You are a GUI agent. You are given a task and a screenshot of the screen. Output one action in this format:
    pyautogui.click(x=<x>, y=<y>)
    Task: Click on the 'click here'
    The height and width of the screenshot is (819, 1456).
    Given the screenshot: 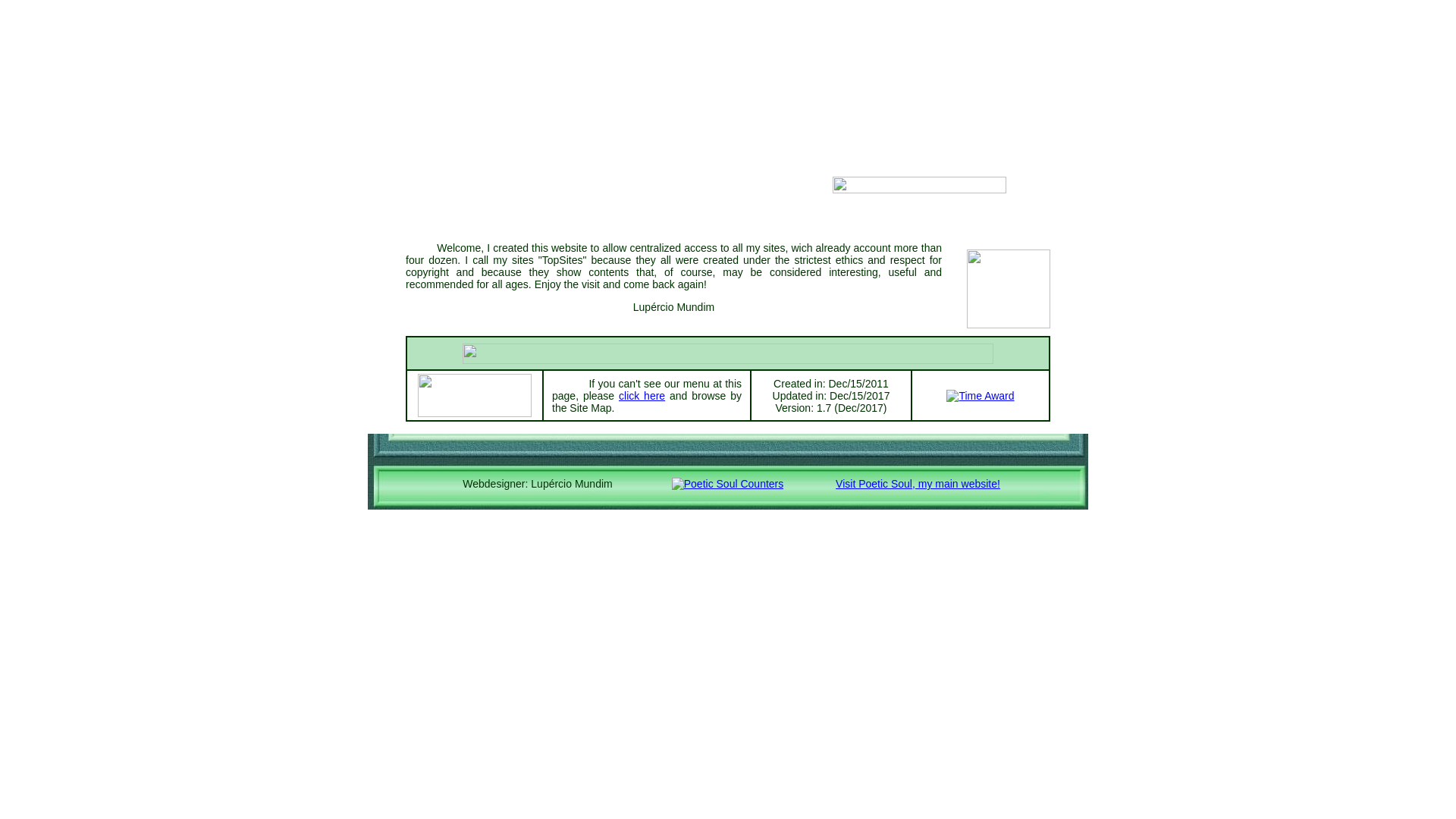 What is the action you would take?
    pyautogui.click(x=642, y=394)
    